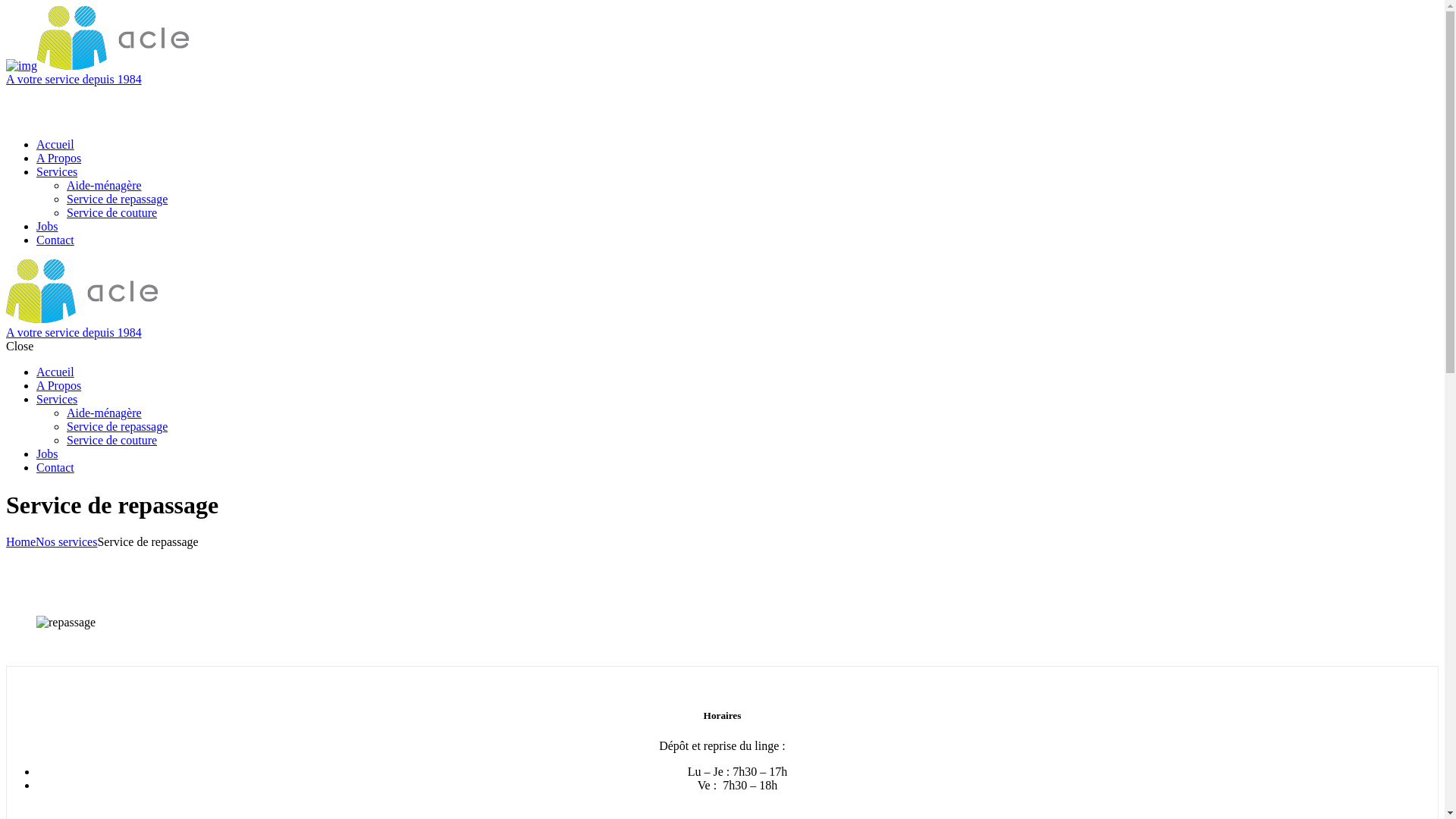  What do you see at coordinates (58, 384) in the screenshot?
I see `'A Propos'` at bounding box center [58, 384].